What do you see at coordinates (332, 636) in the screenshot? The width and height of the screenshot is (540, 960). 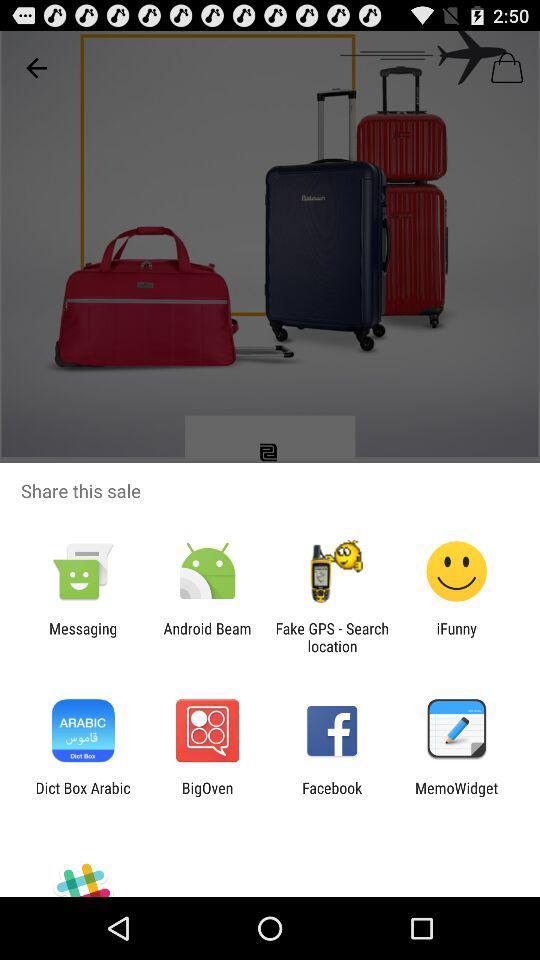 I see `icon to the left of ifunny app` at bounding box center [332, 636].